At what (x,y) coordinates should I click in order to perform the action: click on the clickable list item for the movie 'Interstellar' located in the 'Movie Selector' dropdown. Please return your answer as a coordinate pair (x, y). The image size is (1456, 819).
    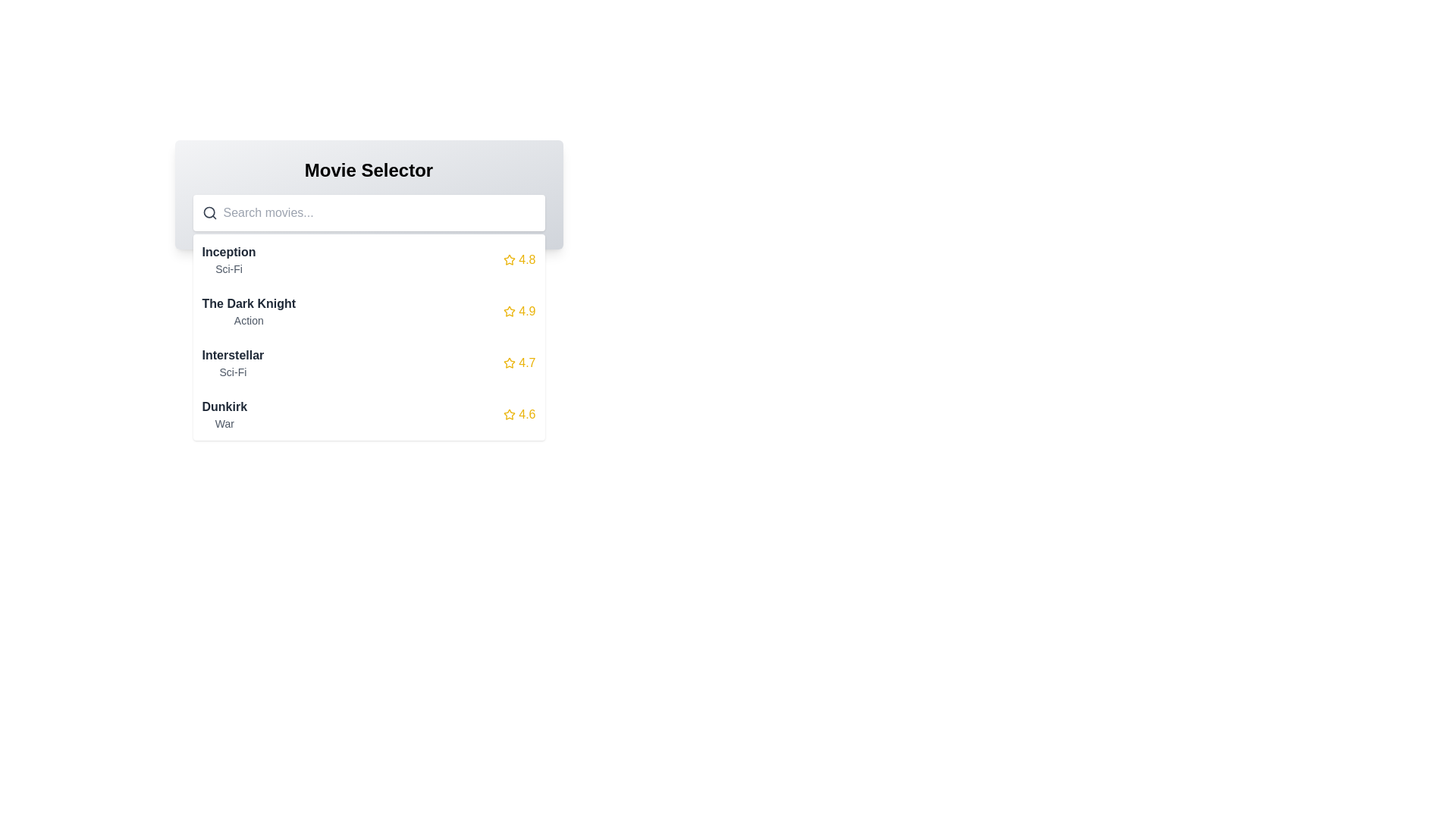
    Looking at the image, I should click on (369, 362).